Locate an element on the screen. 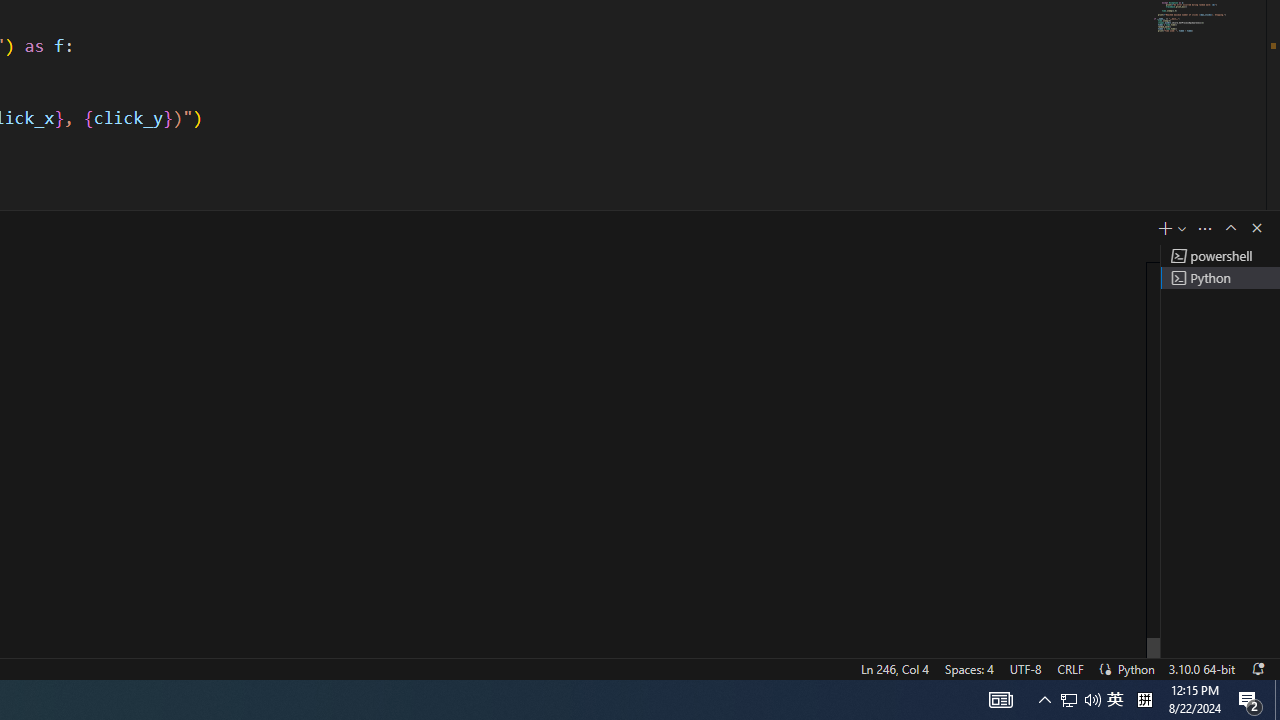  'Views and More Actions...' is located at coordinates (1204, 227).